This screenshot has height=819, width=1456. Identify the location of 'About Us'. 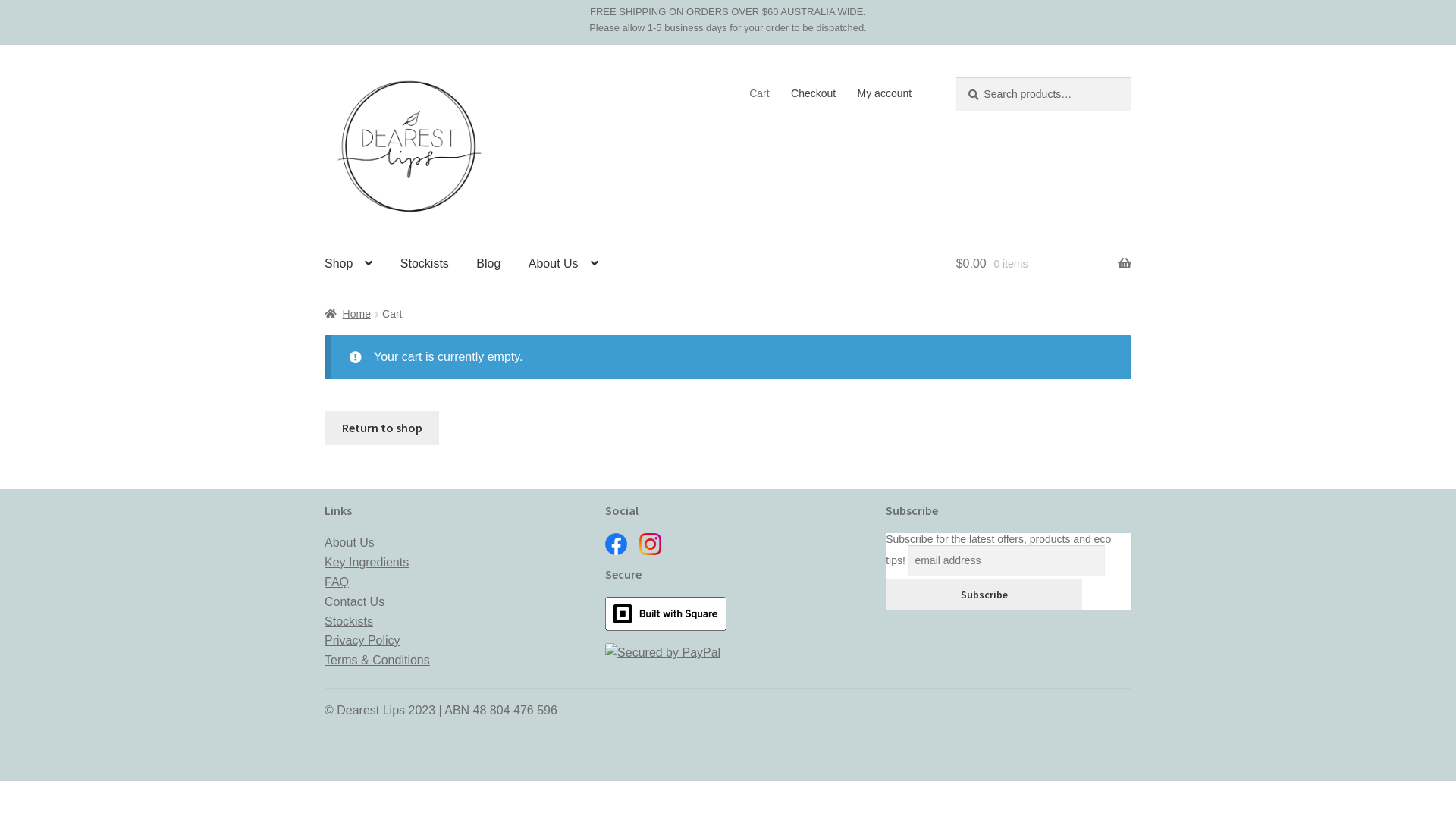
(563, 262).